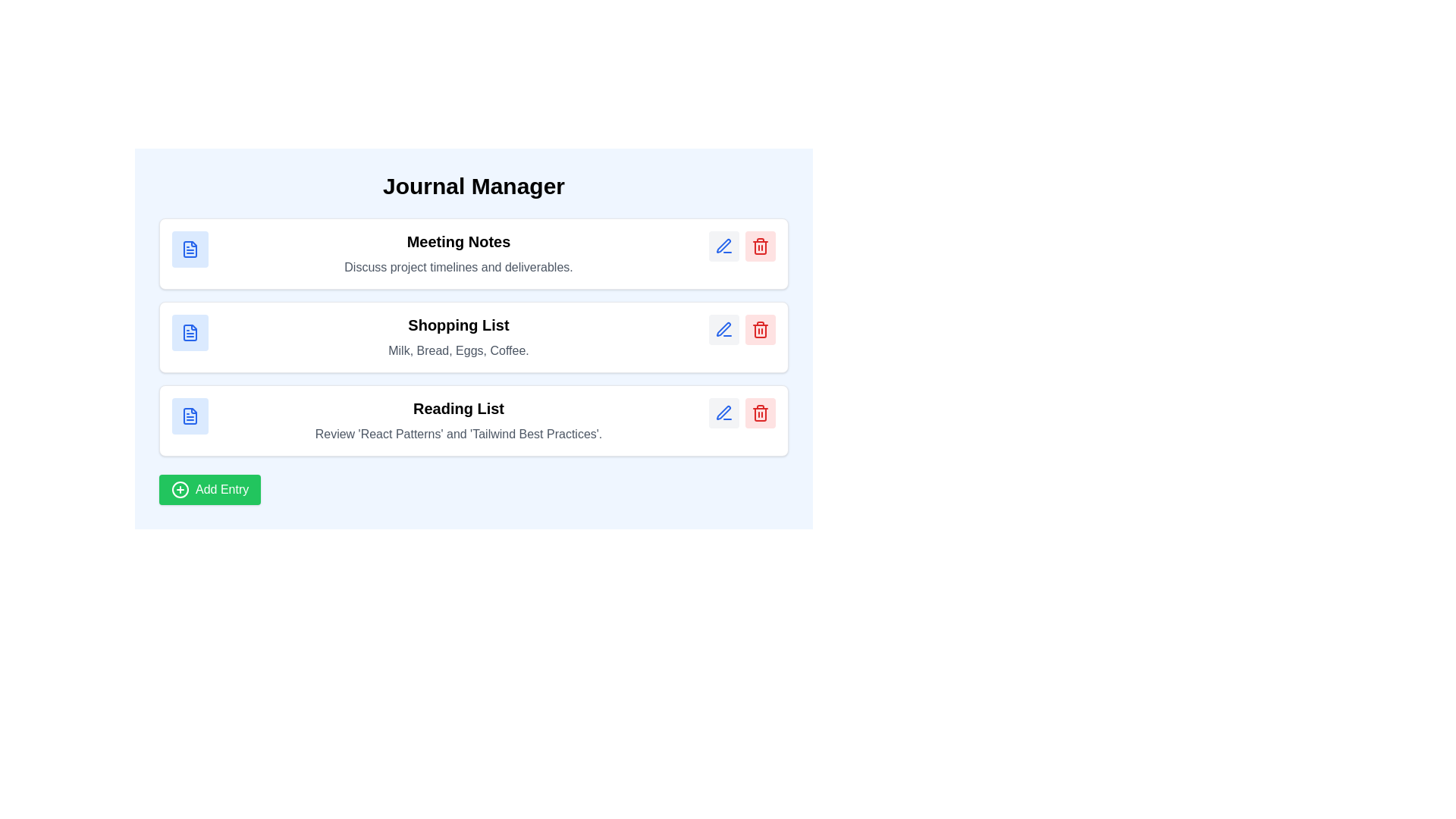  Describe the element at coordinates (189, 248) in the screenshot. I see `the 'Meeting Notes' icon located on the left side of the first row under the 'Journal Manager' heading` at that location.